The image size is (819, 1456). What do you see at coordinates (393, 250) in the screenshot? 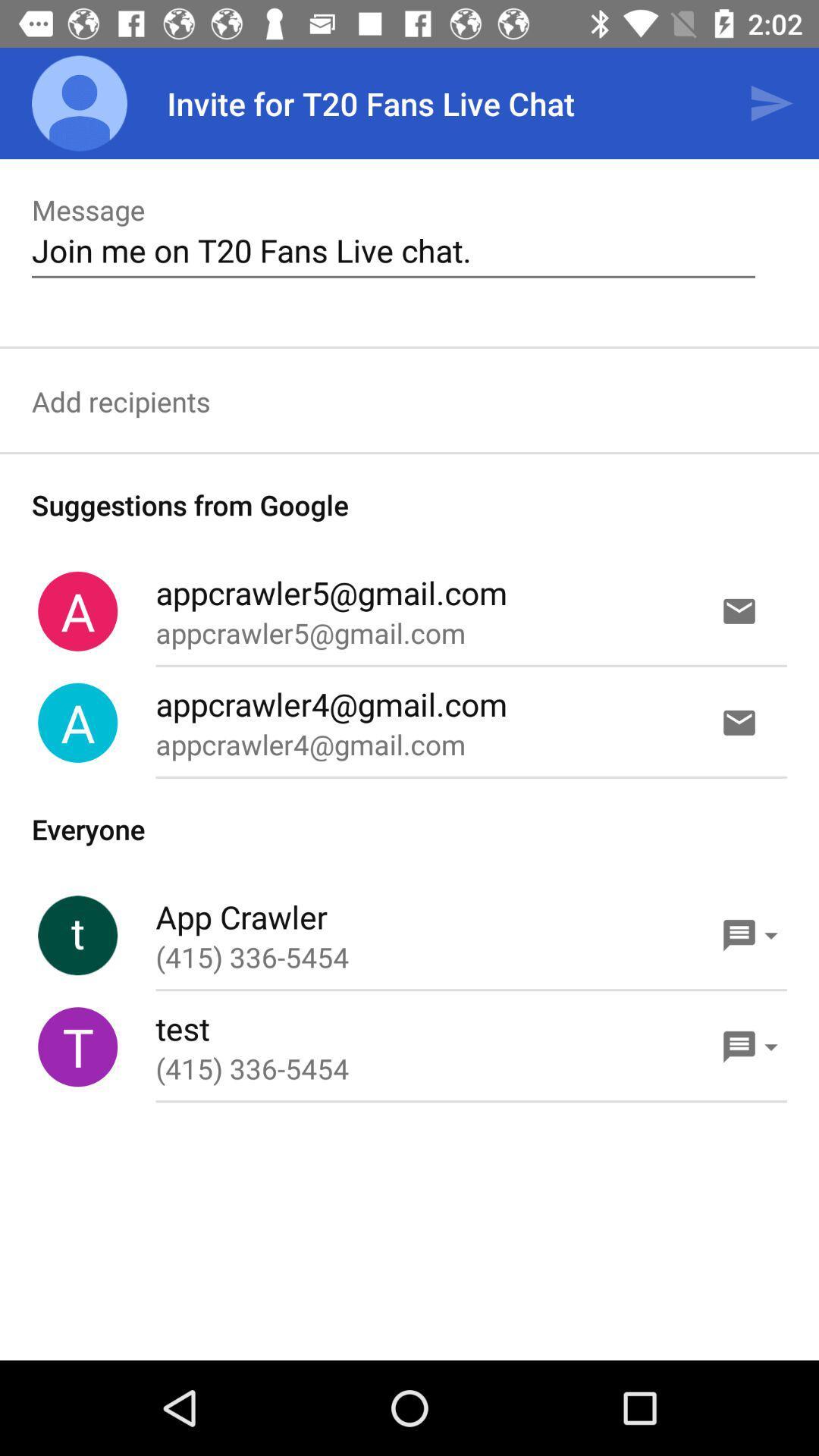
I see `the item below message icon` at bounding box center [393, 250].